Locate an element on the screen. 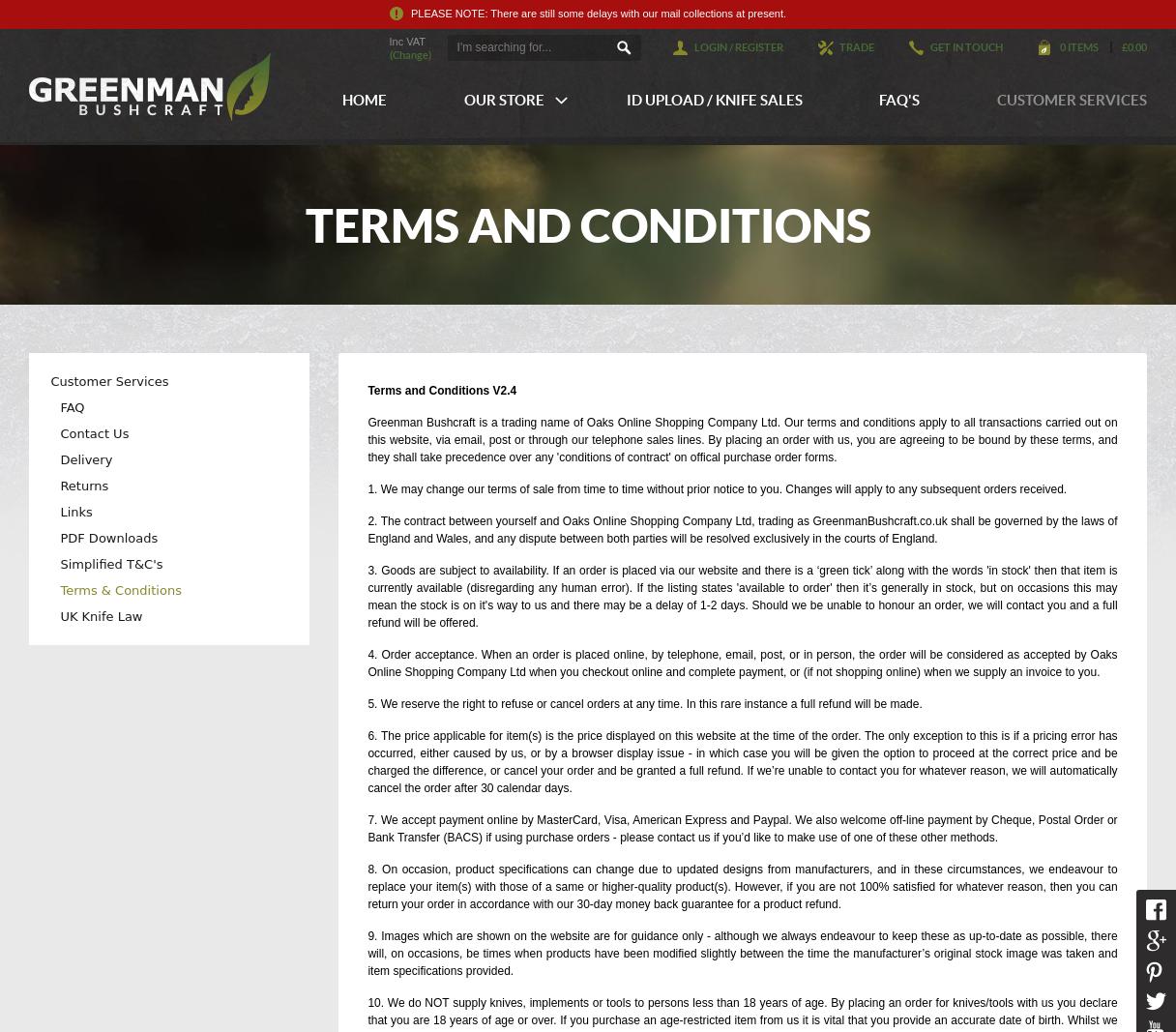 This screenshot has height=1032, width=1176. '4. Order acceptance. When an order is placed online, by telephone, email, post, or in person, the order will be considered as accepted by Oaks Online Shopping Company Ltd when you checkout online and complete payment, or (if not shopping online) when we supply an invoice to you.' is located at coordinates (742, 663).